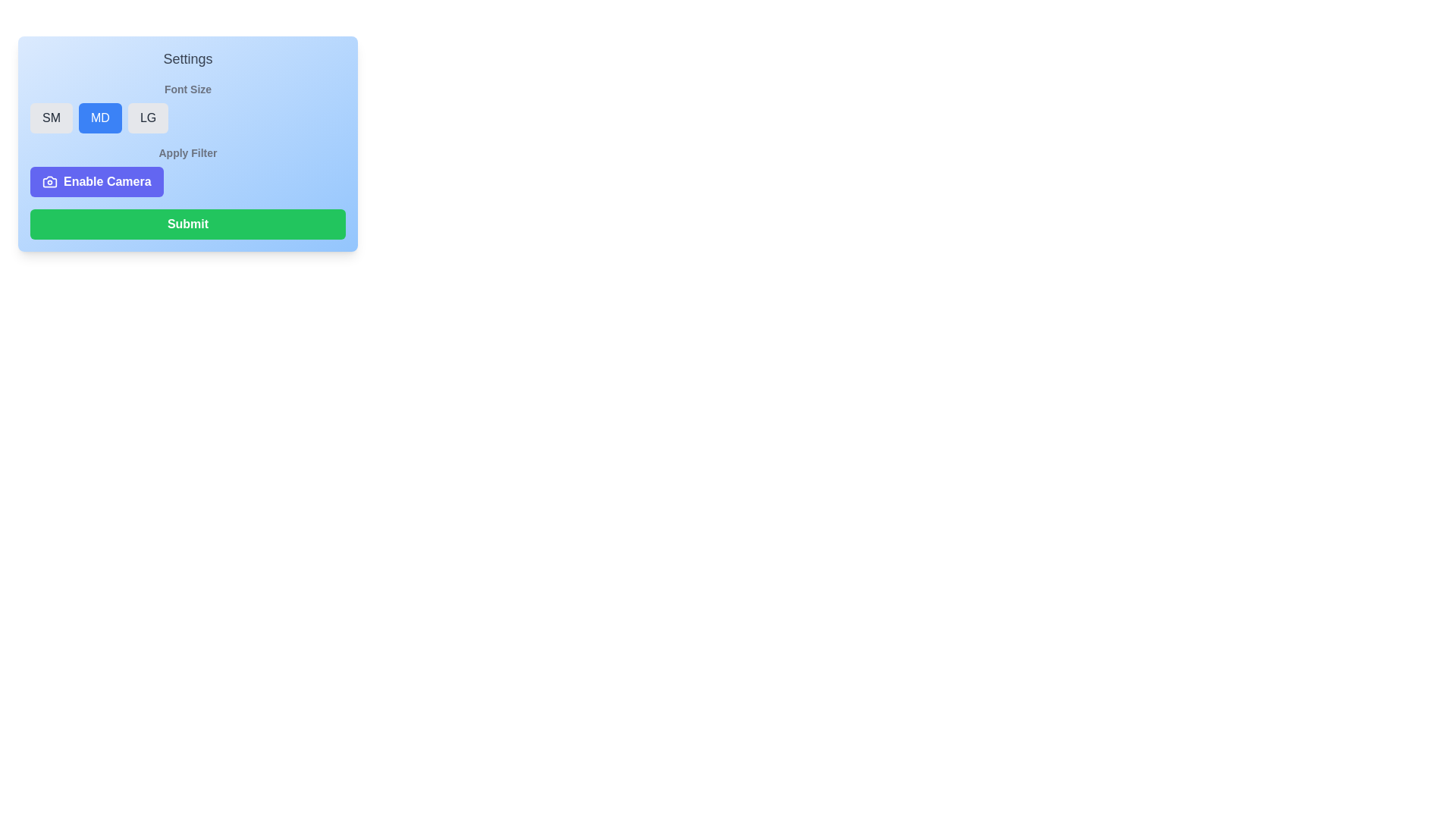 This screenshot has width=1456, height=819. I want to click on the camera activation button located within the settings panel, positioned near the left side, underneath the filters labeled 'SM', 'MD', and 'LG', and just above the green 'Submit' button, so click(96, 180).